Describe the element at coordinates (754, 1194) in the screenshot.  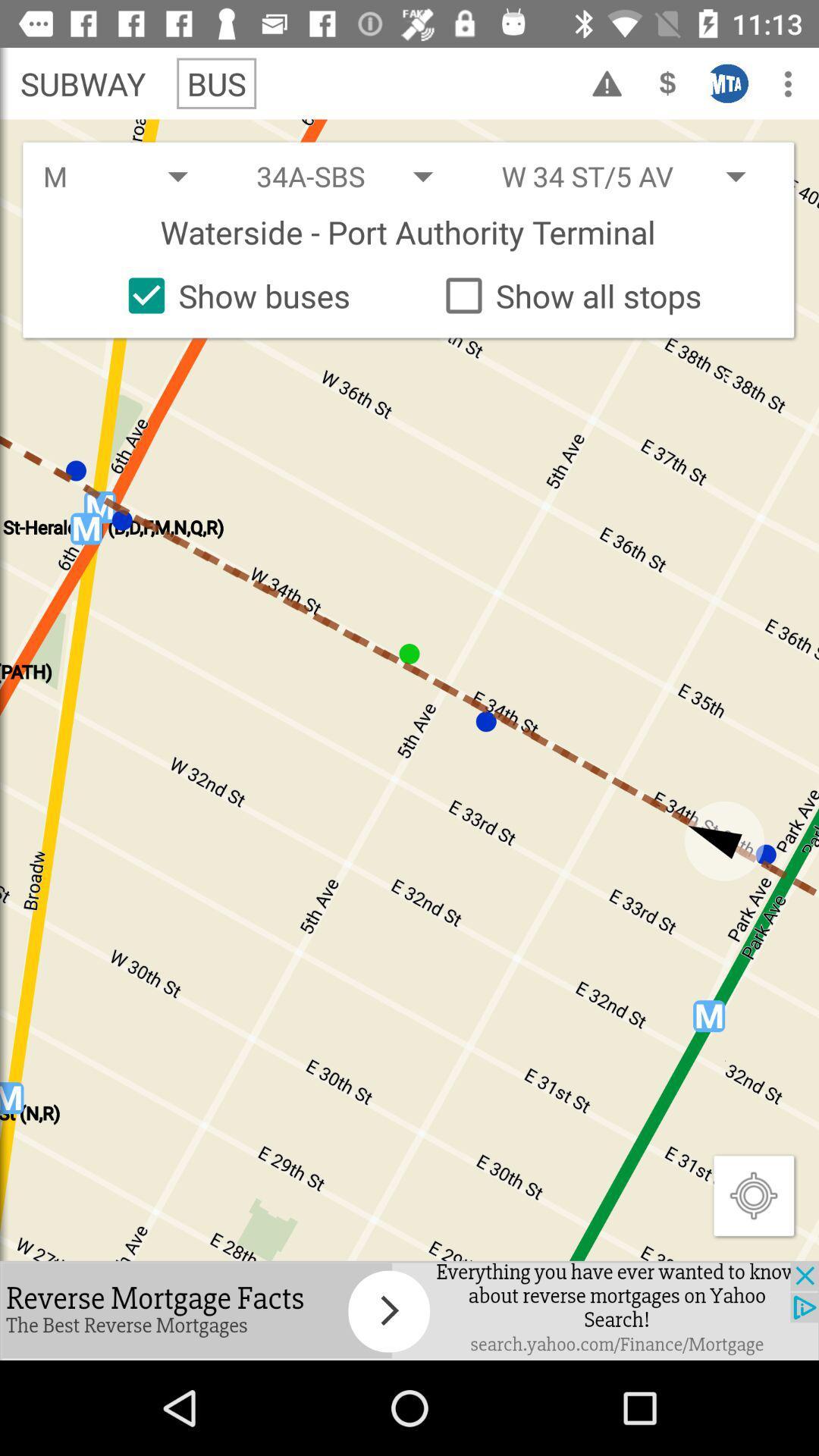
I see `the location_crosshair icon` at that location.